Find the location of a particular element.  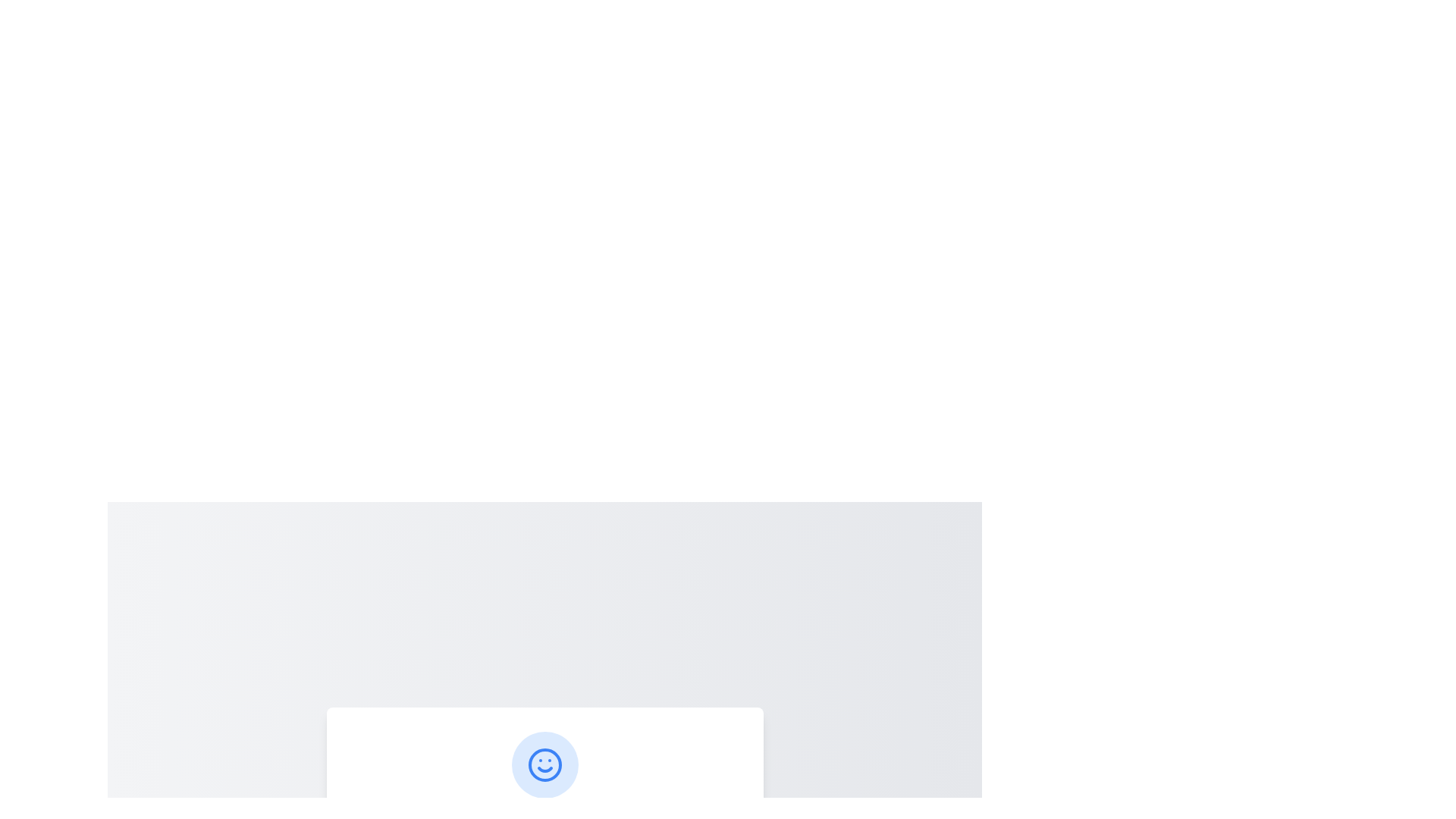

the blue circular outline of the smiley face icon, which is centered around the larger smiling face element is located at coordinates (544, 765).